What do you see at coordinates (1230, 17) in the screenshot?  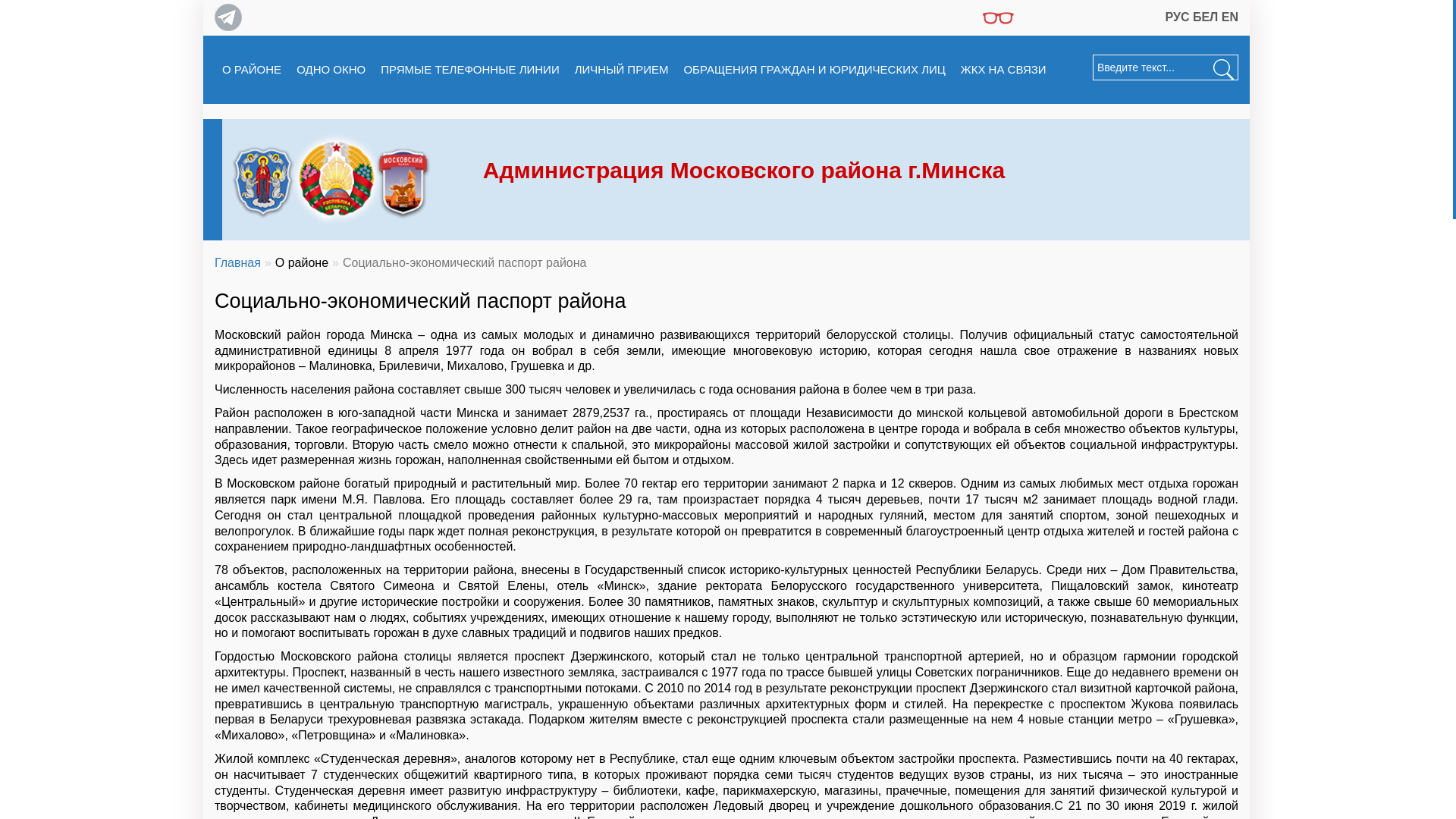 I see `'EN'` at bounding box center [1230, 17].